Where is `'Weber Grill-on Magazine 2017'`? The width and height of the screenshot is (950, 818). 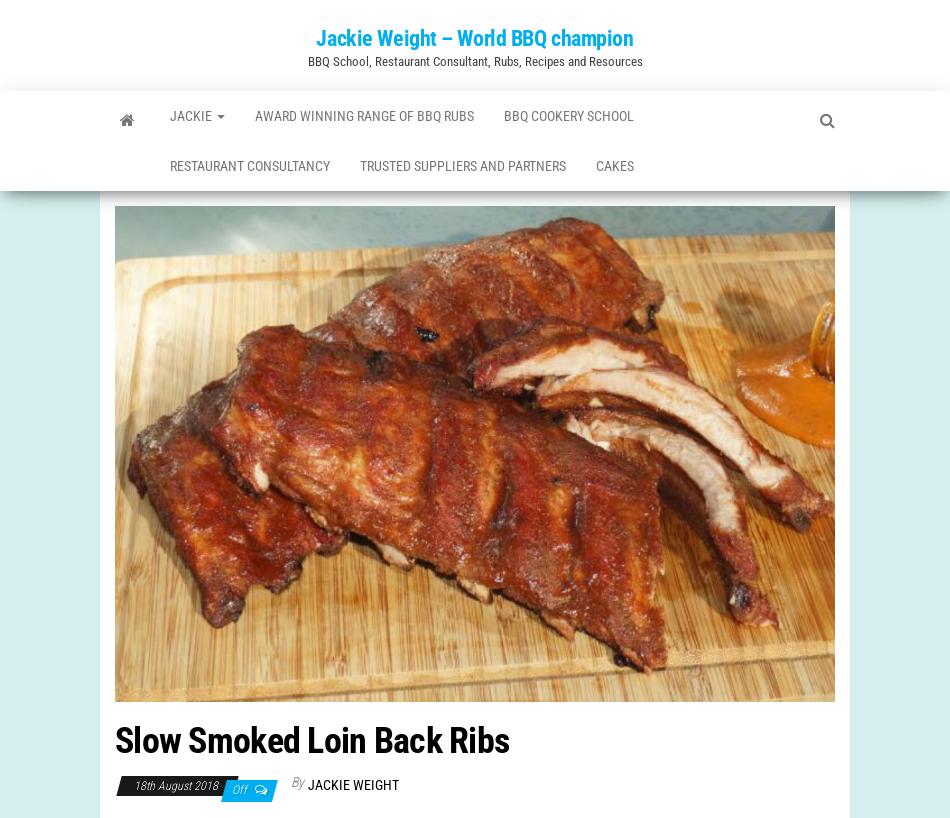 'Weber Grill-on Magazine 2017' is located at coordinates (176, 194).